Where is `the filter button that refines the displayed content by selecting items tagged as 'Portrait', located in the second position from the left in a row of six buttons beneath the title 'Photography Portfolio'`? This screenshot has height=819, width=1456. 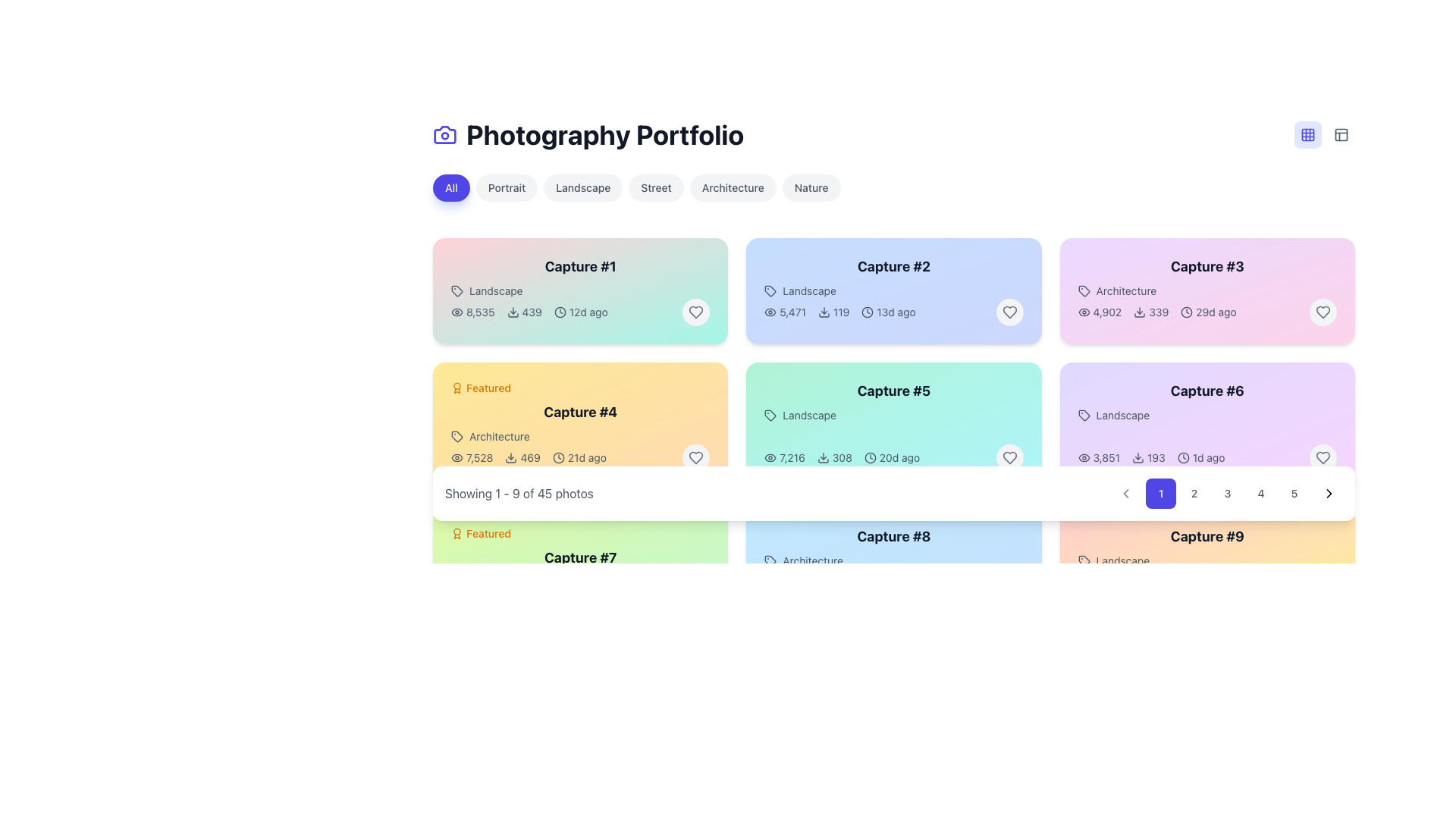
the filter button that refines the displayed content by selecting items tagged as 'Portrait', located in the second position from the left in a row of six buttons beneath the title 'Photography Portfolio' is located at coordinates (507, 187).